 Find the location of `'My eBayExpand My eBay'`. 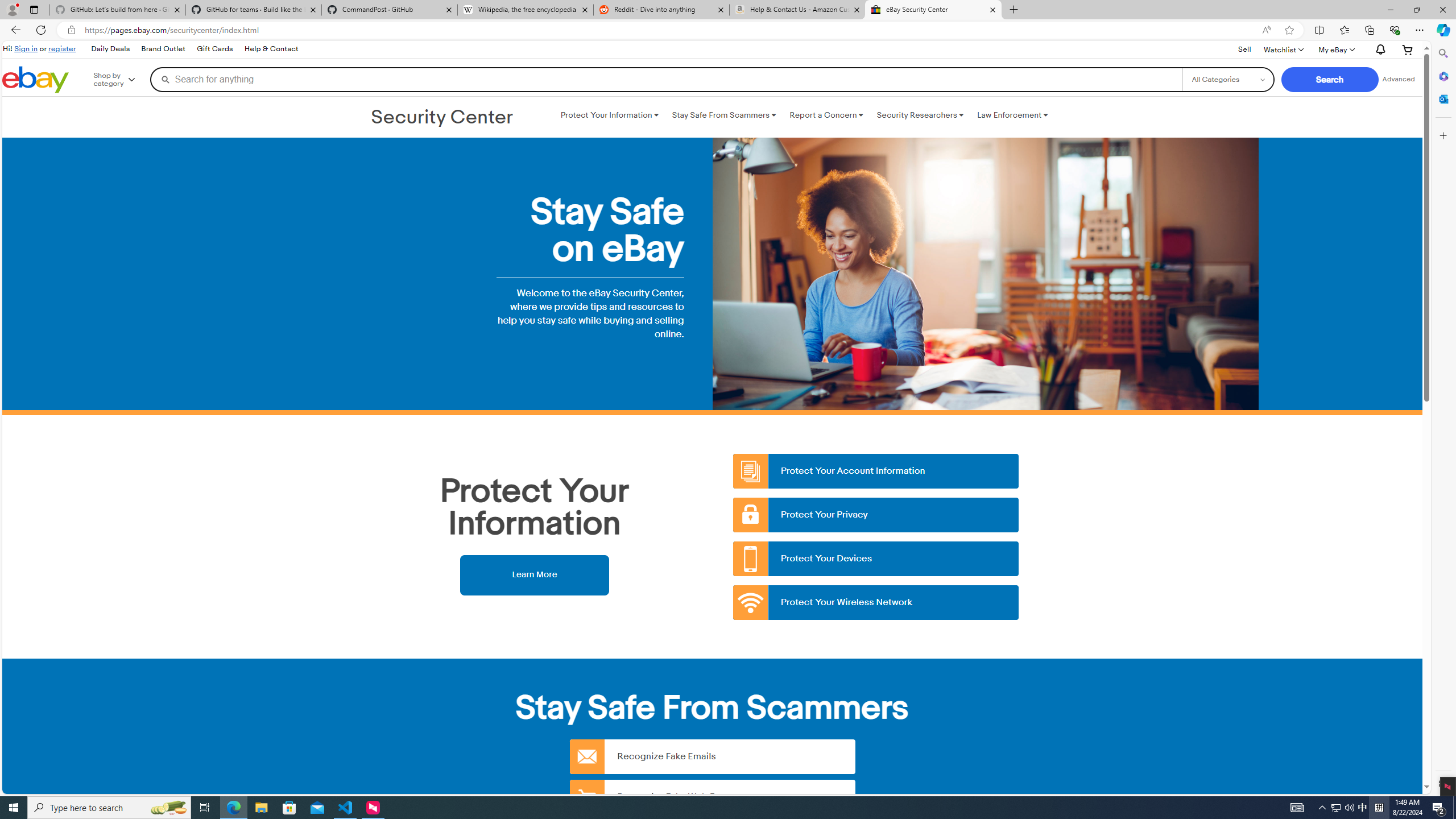

'My eBayExpand My eBay' is located at coordinates (1335, 49).